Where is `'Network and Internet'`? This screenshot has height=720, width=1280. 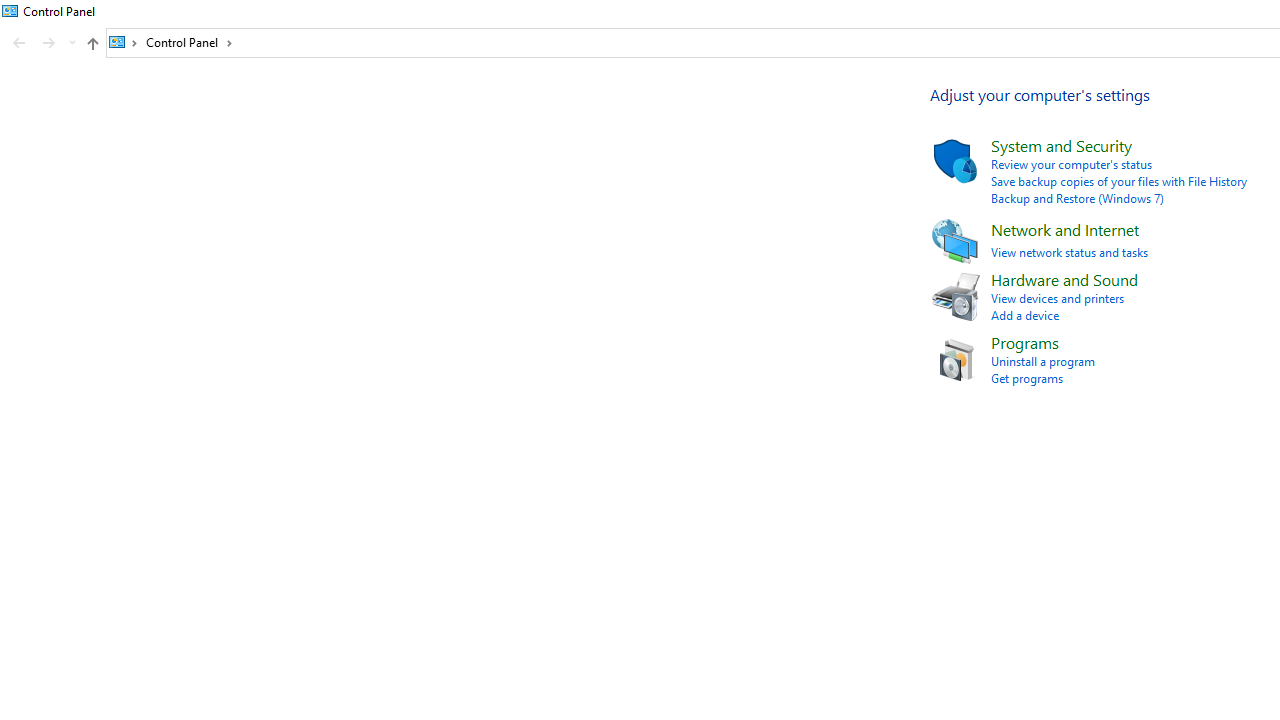
'Network and Internet' is located at coordinates (1063, 228).